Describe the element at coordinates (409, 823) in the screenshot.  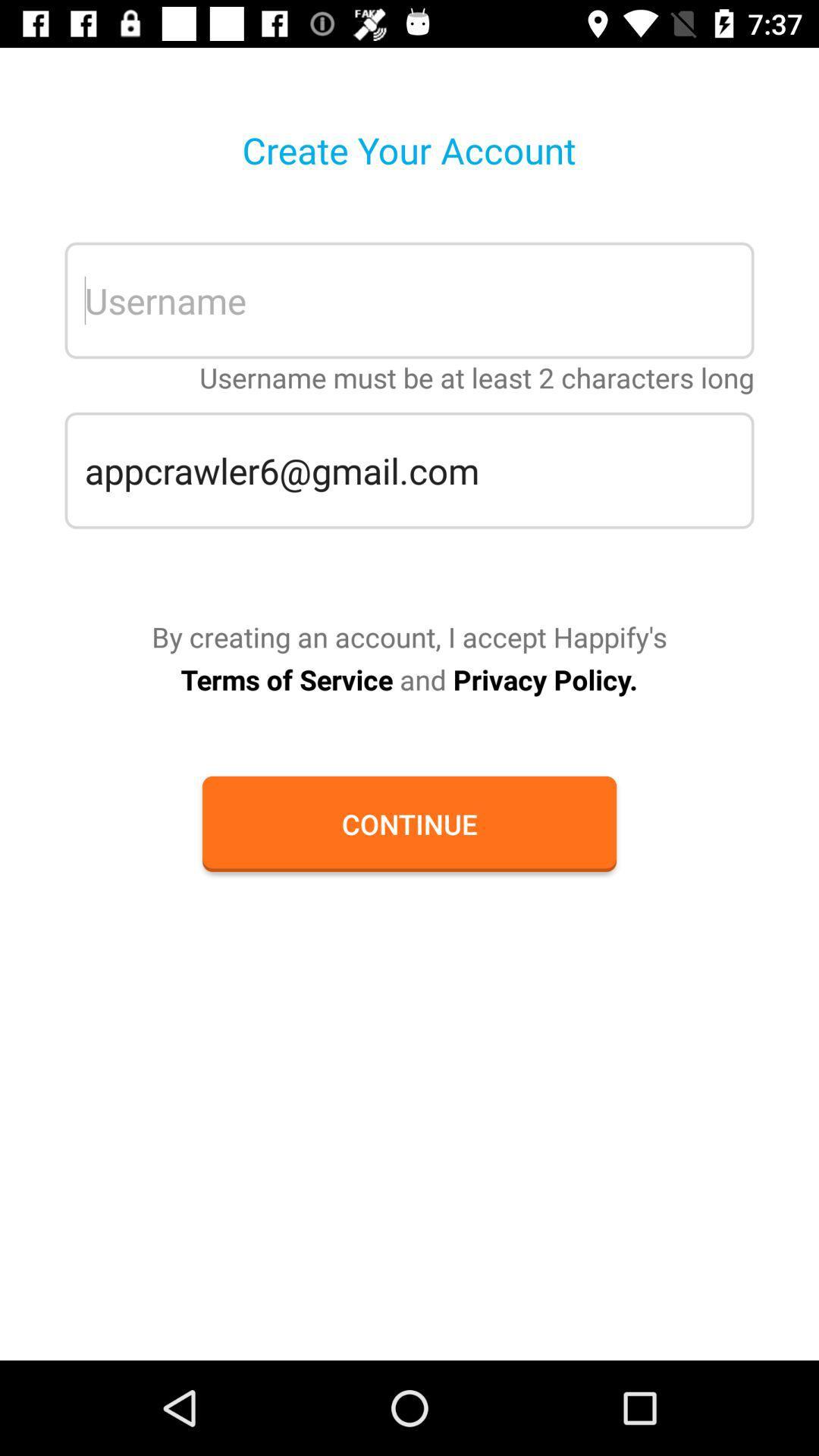
I see `the continue` at that location.